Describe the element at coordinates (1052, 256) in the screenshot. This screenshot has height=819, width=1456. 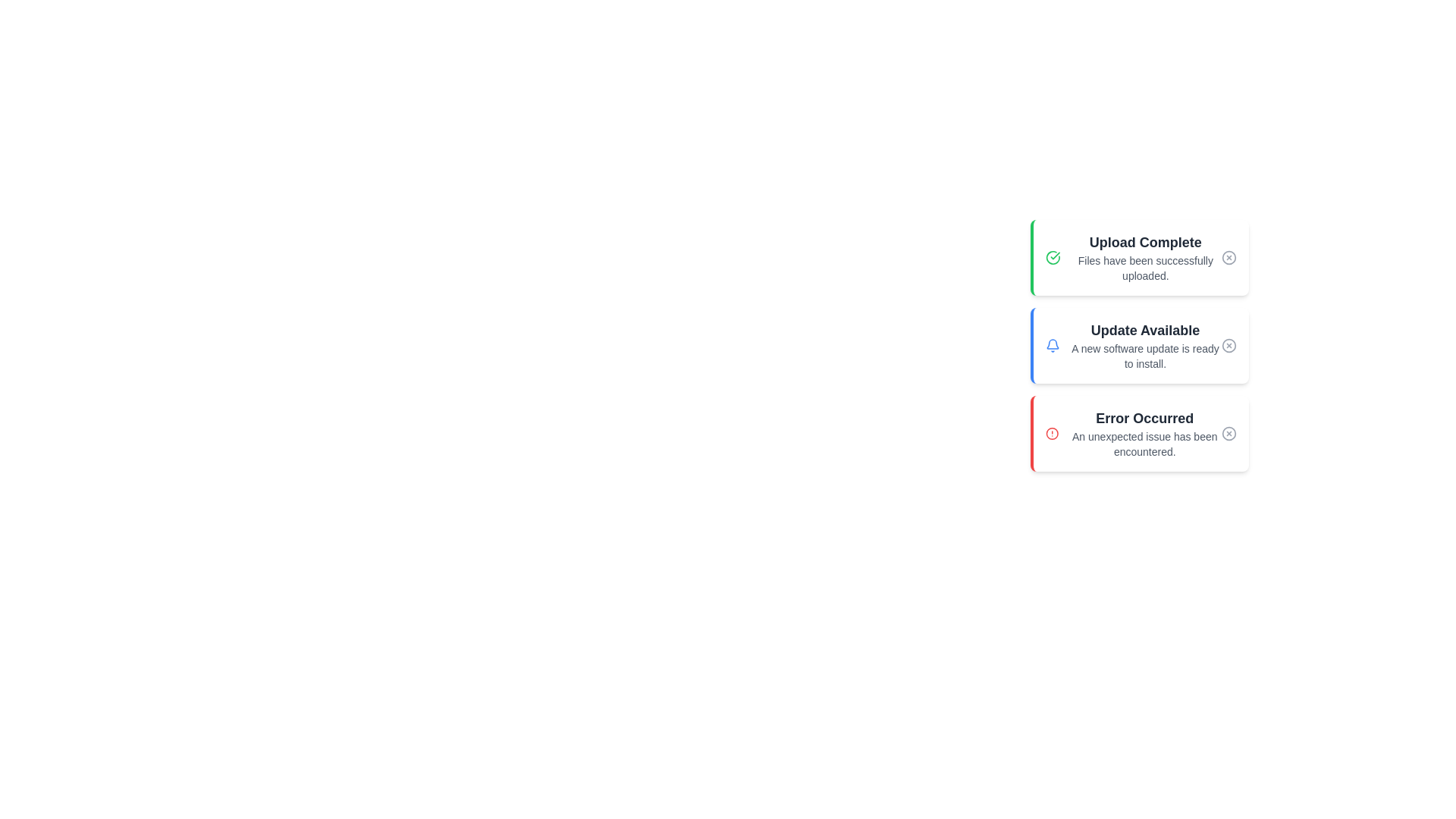
I see `the icon associated with the notification titled 'Upload Complete'` at that location.